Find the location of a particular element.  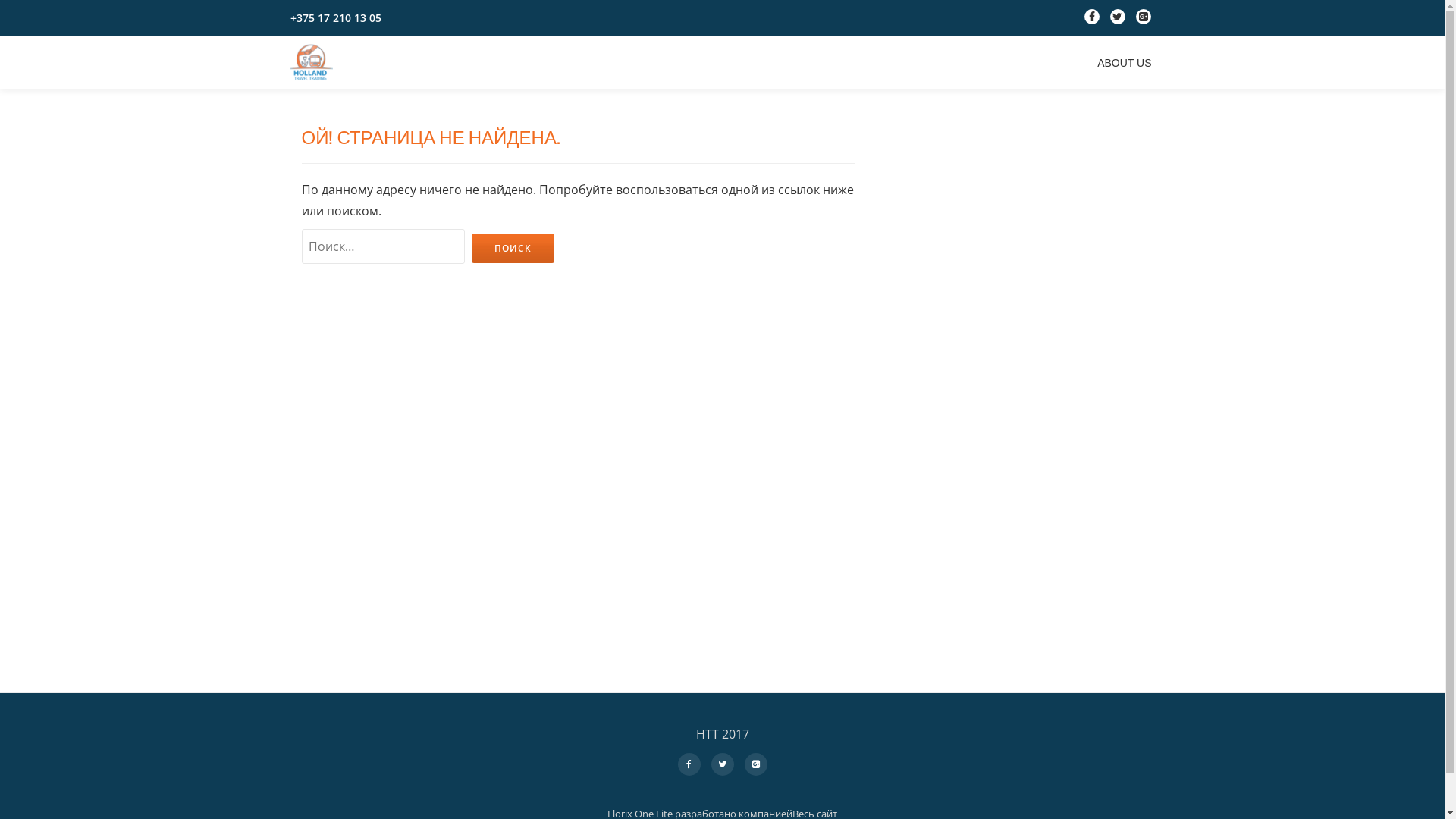

'fa-twitter' is located at coordinates (1117, 20).